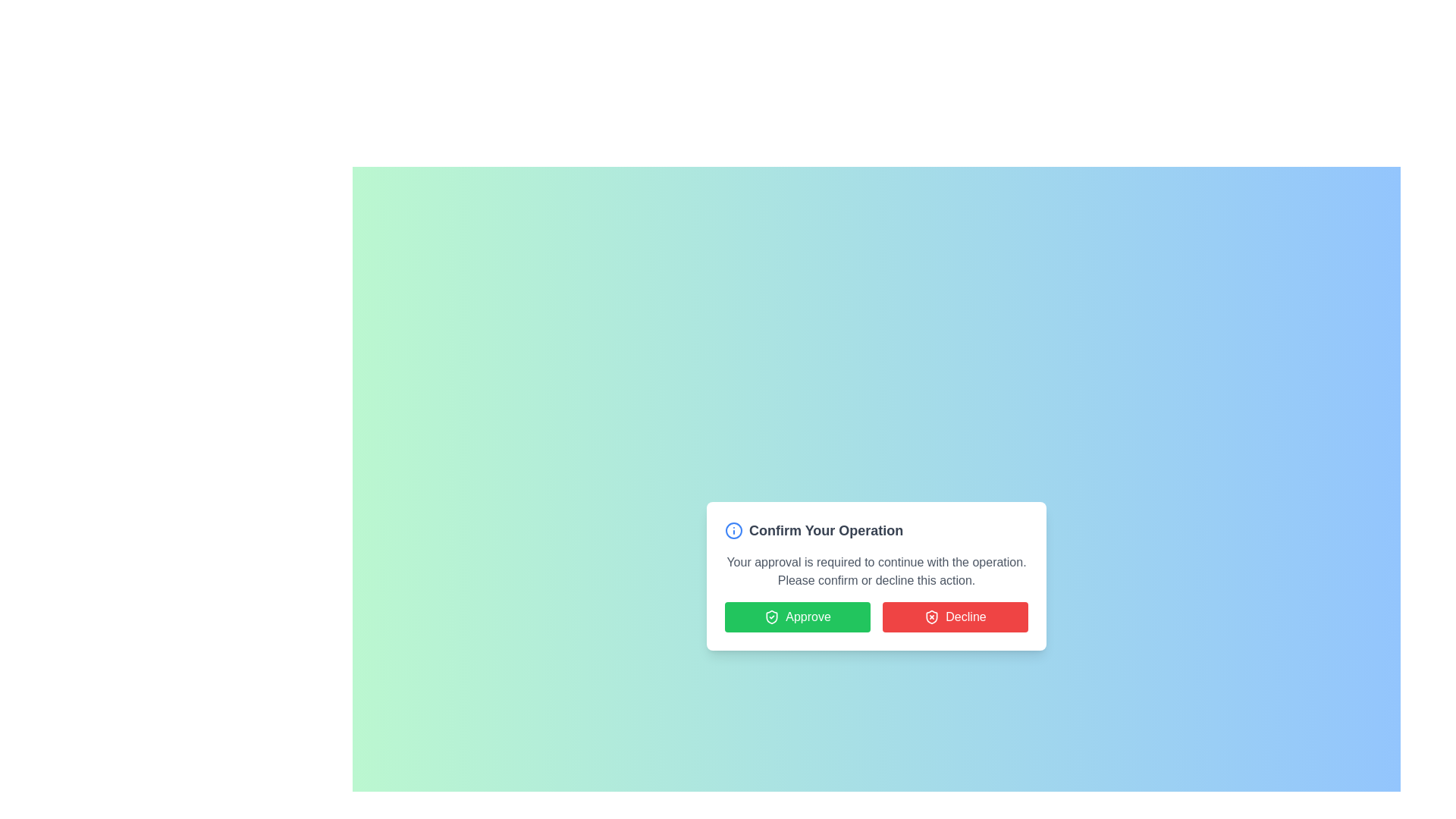  I want to click on the decline button represented by an SVG graphic with a shield and cross, so click(931, 617).